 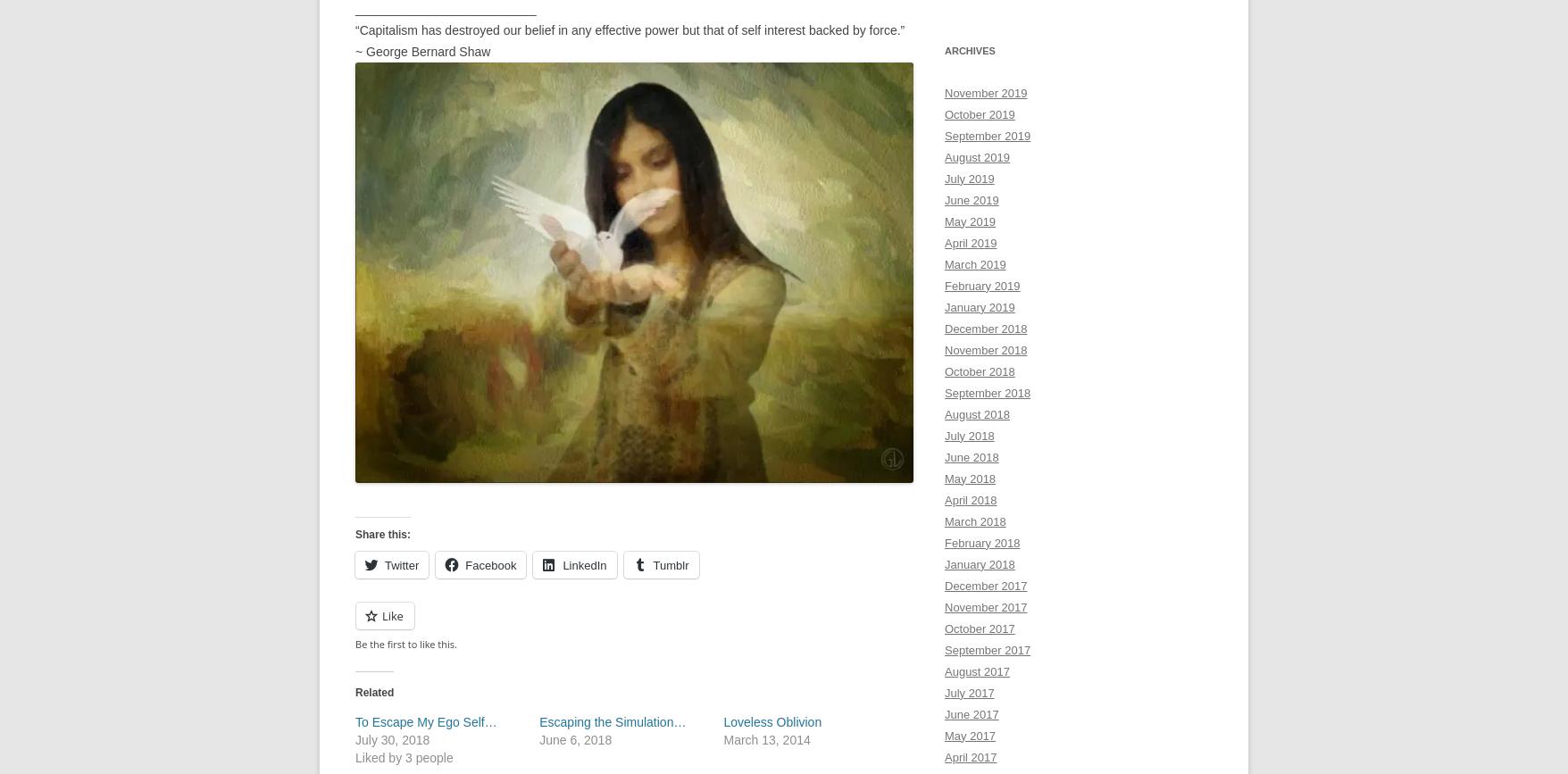 What do you see at coordinates (943, 605) in the screenshot?
I see `'November 2017'` at bounding box center [943, 605].